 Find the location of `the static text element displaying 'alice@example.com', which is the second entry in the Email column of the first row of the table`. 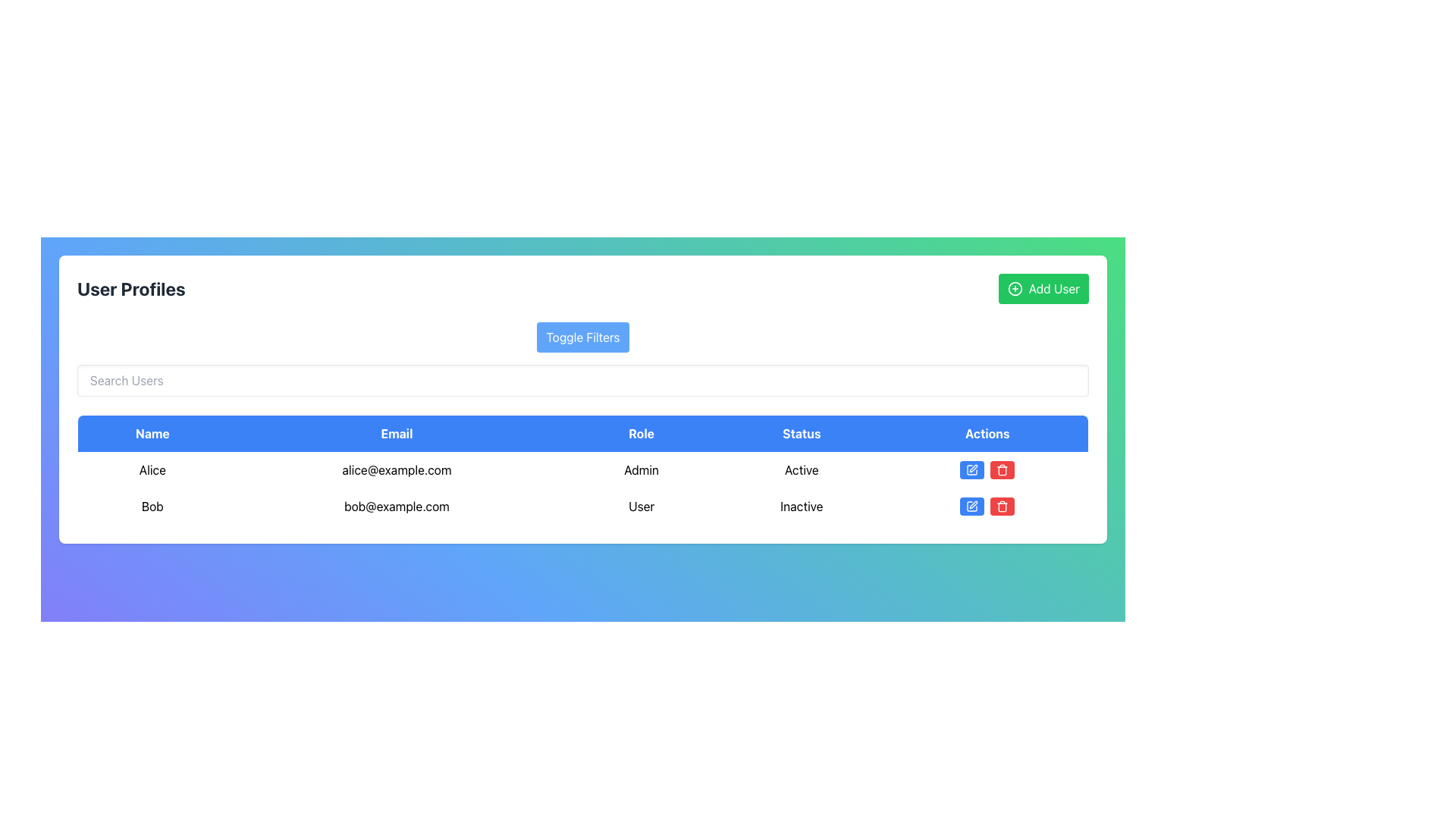

the static text element displaying 'alice@example.com', which is the second entry in the Email column of the first row of the table is located at coordinates (397, 469).